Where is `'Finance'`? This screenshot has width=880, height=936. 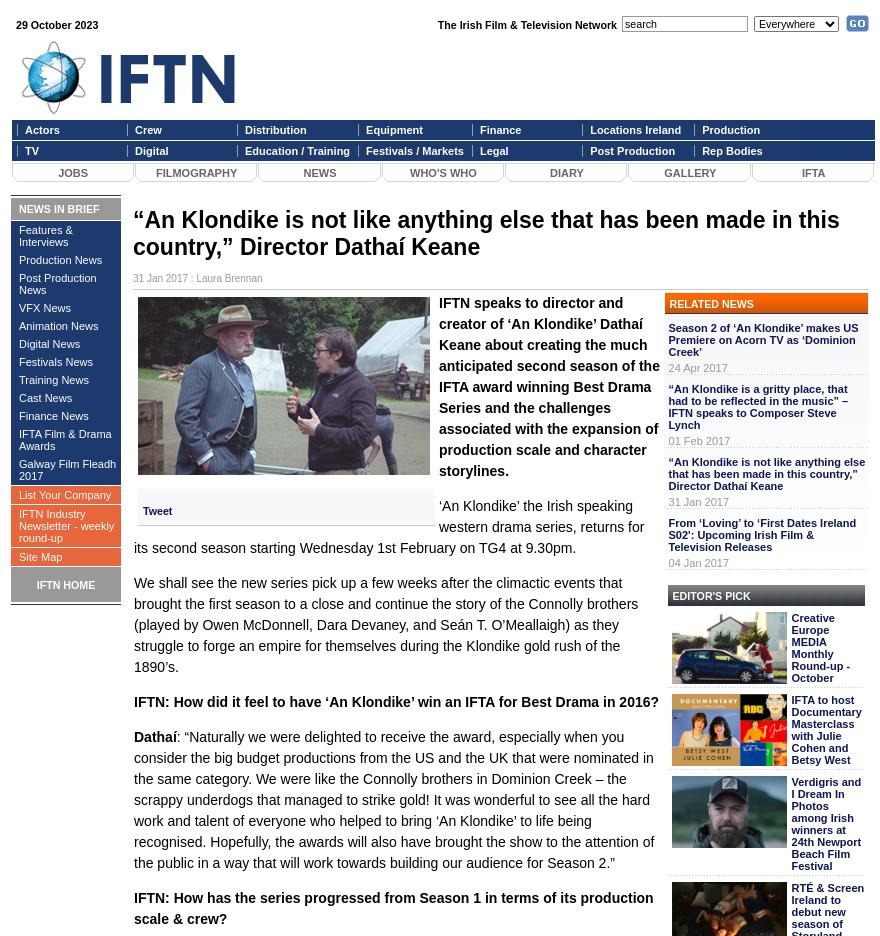 'Finance' is located at coordinates (500, 130).